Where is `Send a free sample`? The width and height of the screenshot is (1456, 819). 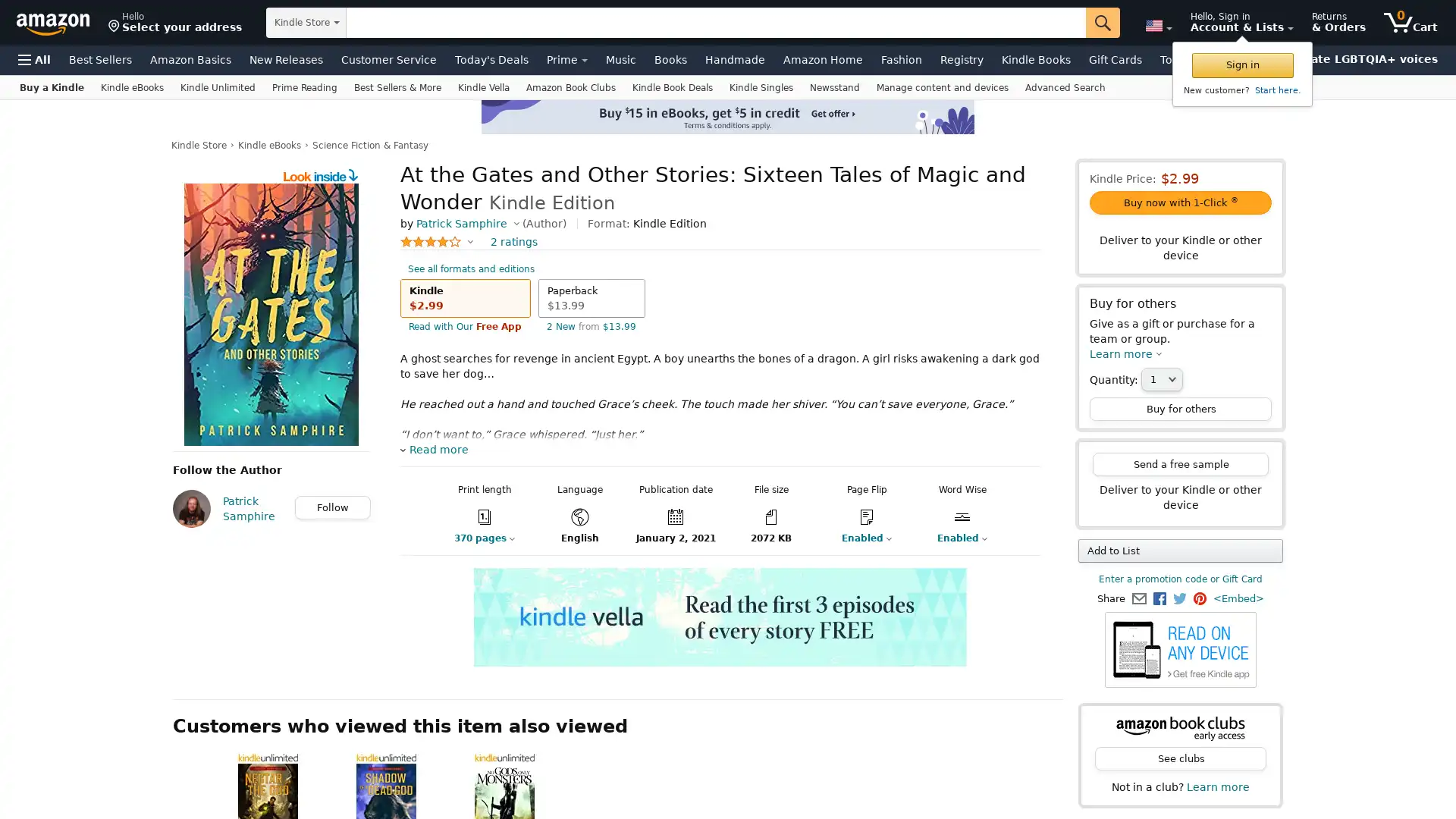
Send a free sample is located at coordinates (1179, 463).